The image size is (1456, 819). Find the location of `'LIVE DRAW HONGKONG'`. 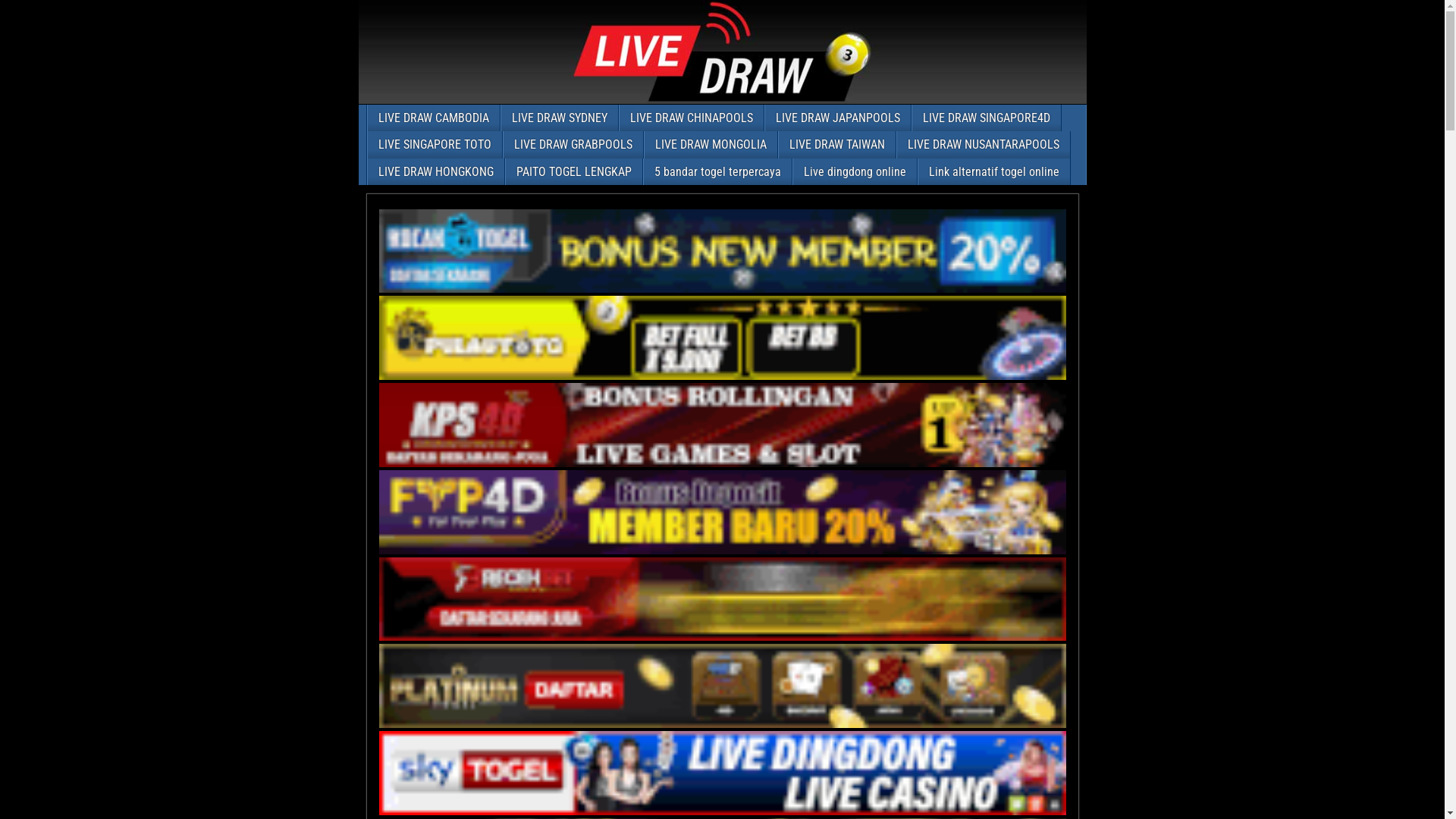

'LIVE DRAW HONGKONG' is located at coordinates (435, 171).